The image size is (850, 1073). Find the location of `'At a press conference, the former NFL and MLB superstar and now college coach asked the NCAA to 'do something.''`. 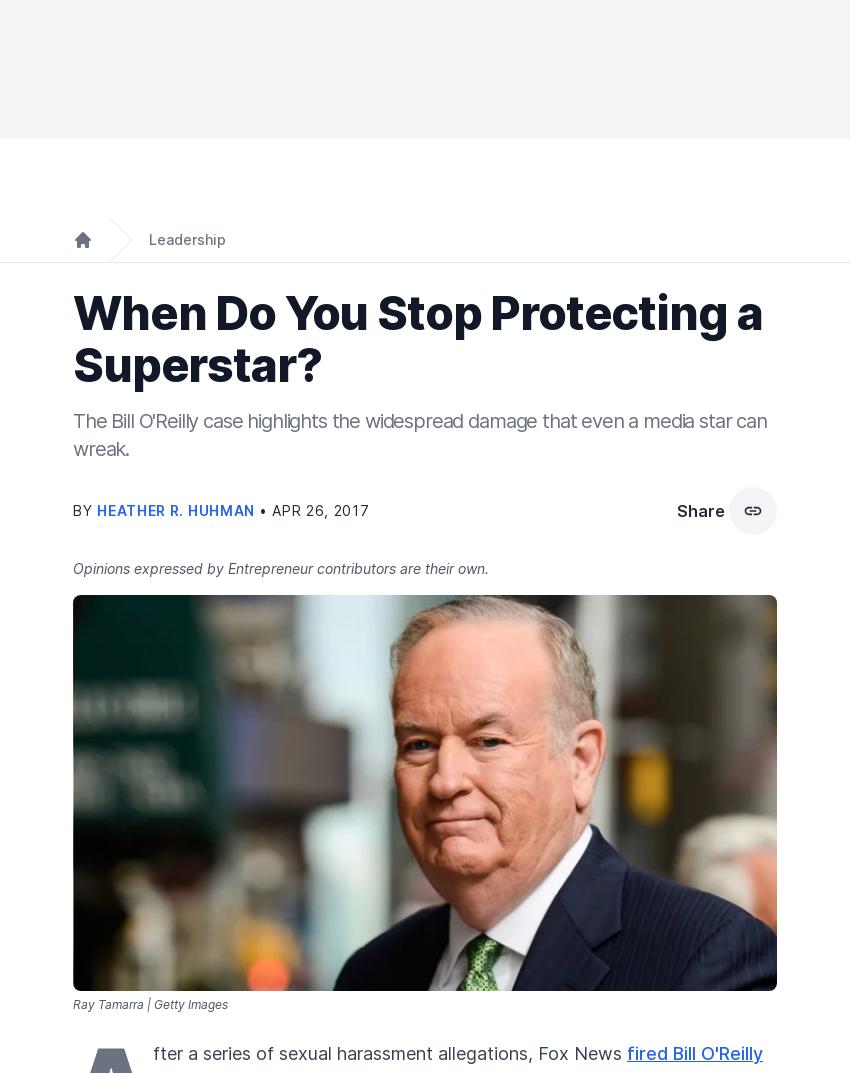

'At a press conference, the former NFL and MLB superstar and now college coach asked the NCAA to 'do something.'' is located at coordinates (73, 536).